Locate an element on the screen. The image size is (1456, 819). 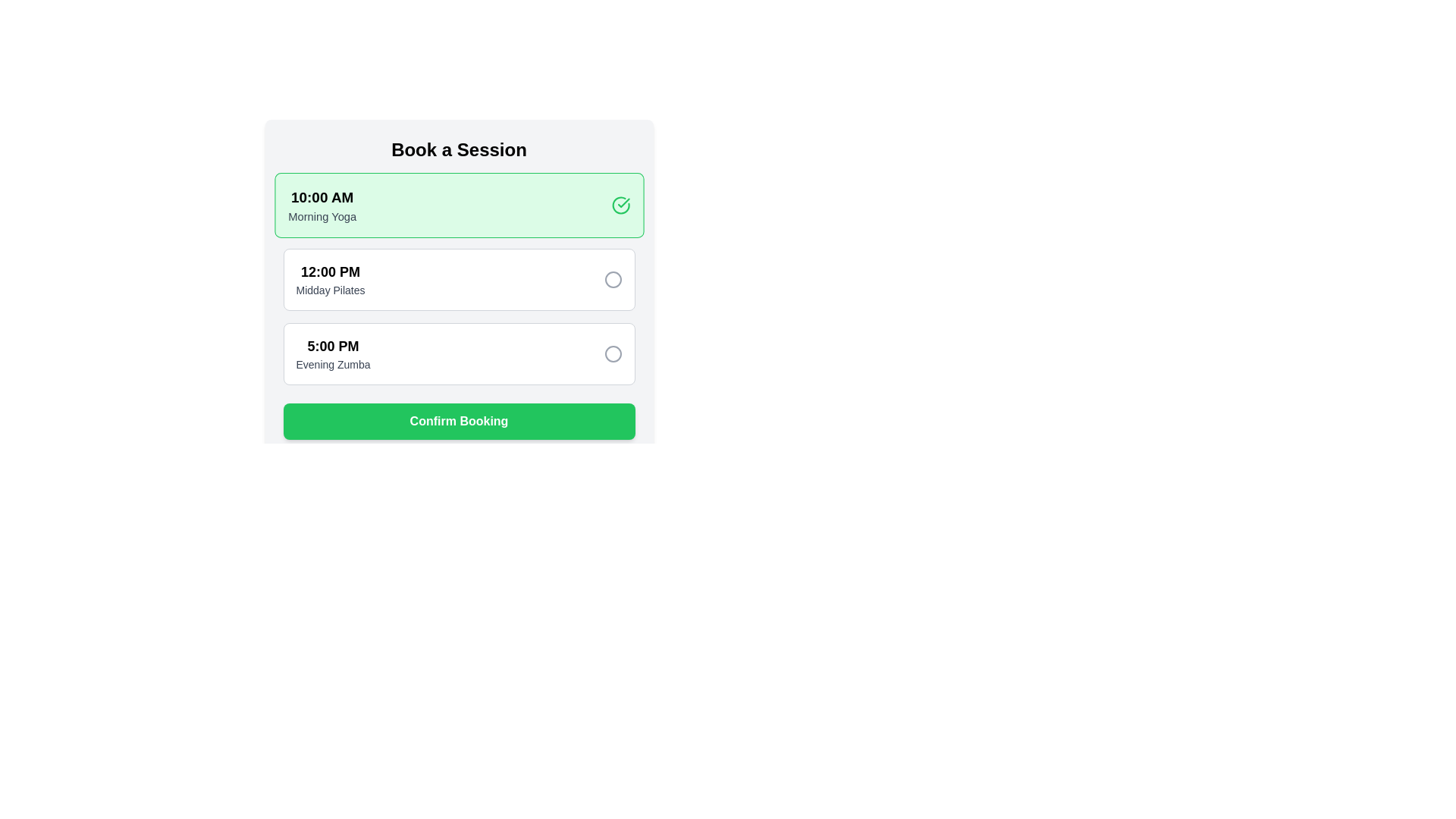
the selectable session card for the yoga activity at 10:00 AM to confirm interest in attending this session is located at coordinates (321, 205).